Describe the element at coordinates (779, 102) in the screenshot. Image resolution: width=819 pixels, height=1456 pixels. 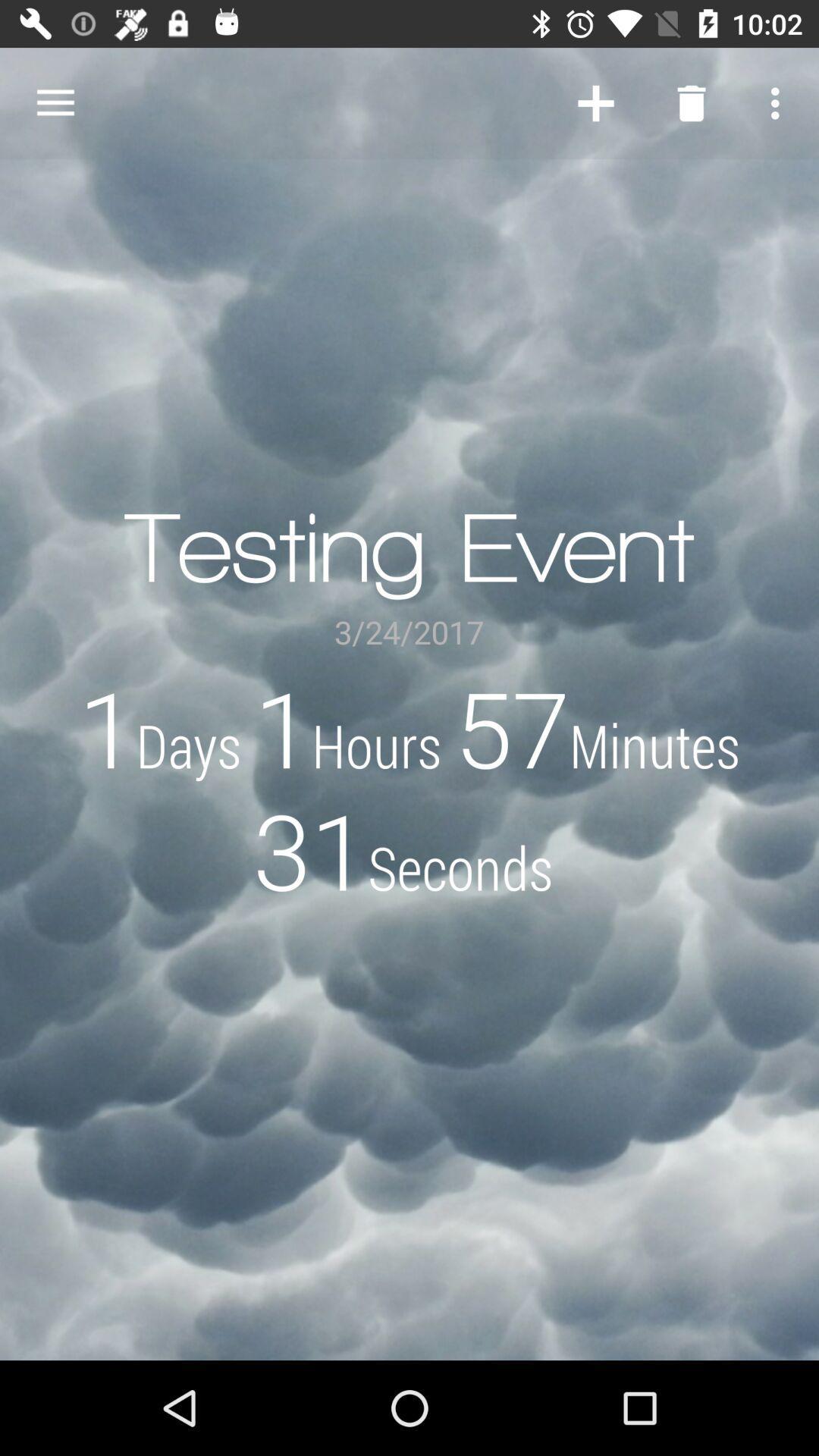
I see `the icon above 1days 1hours 57minutes` at that location.